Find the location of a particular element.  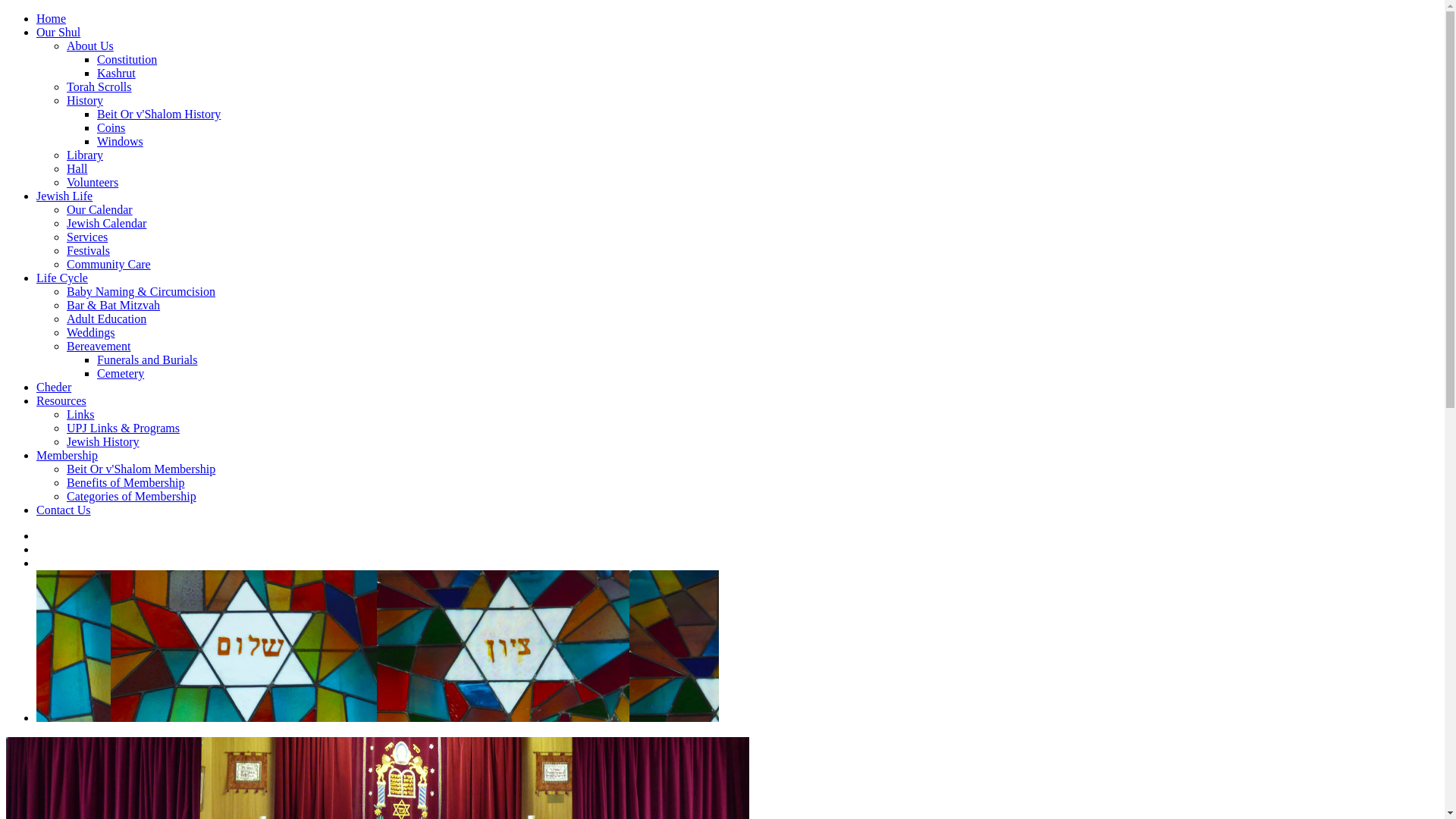

'Kashrut' is located at coordinates (115, 73).